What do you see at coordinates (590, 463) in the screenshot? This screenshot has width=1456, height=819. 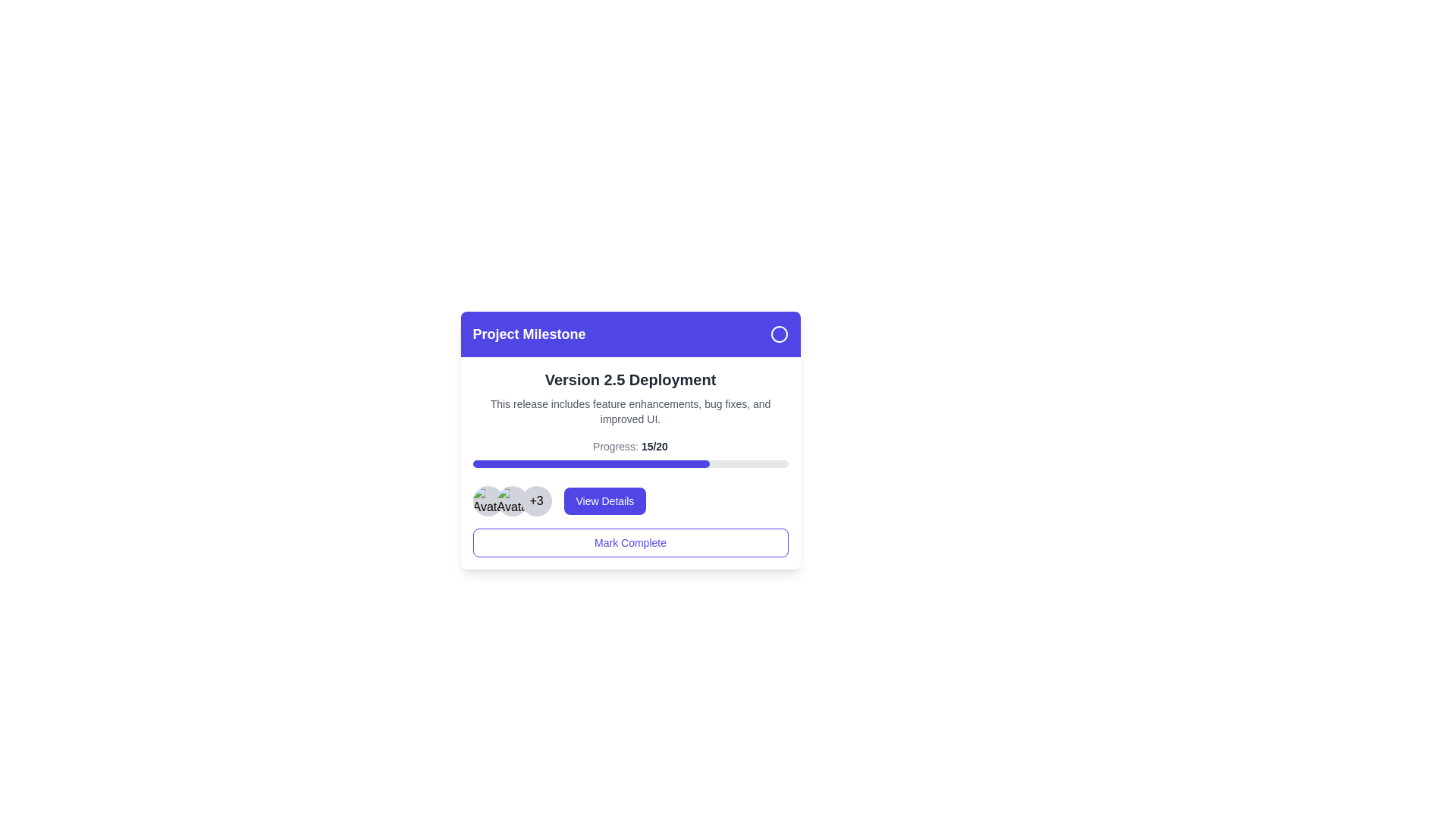 I see `the filled section of the progress bar that visually indicates 75% completion, located below the text 'Progress: 15/20' in the 'Project Milestone' section` at bounding box center [590, 463].